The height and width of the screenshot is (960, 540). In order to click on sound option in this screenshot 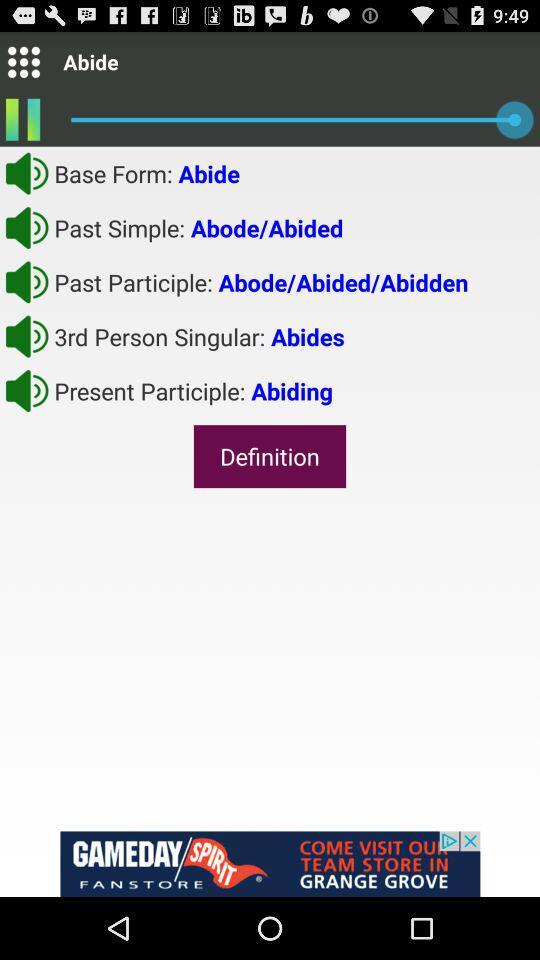, I will do `click(26, 281)`.